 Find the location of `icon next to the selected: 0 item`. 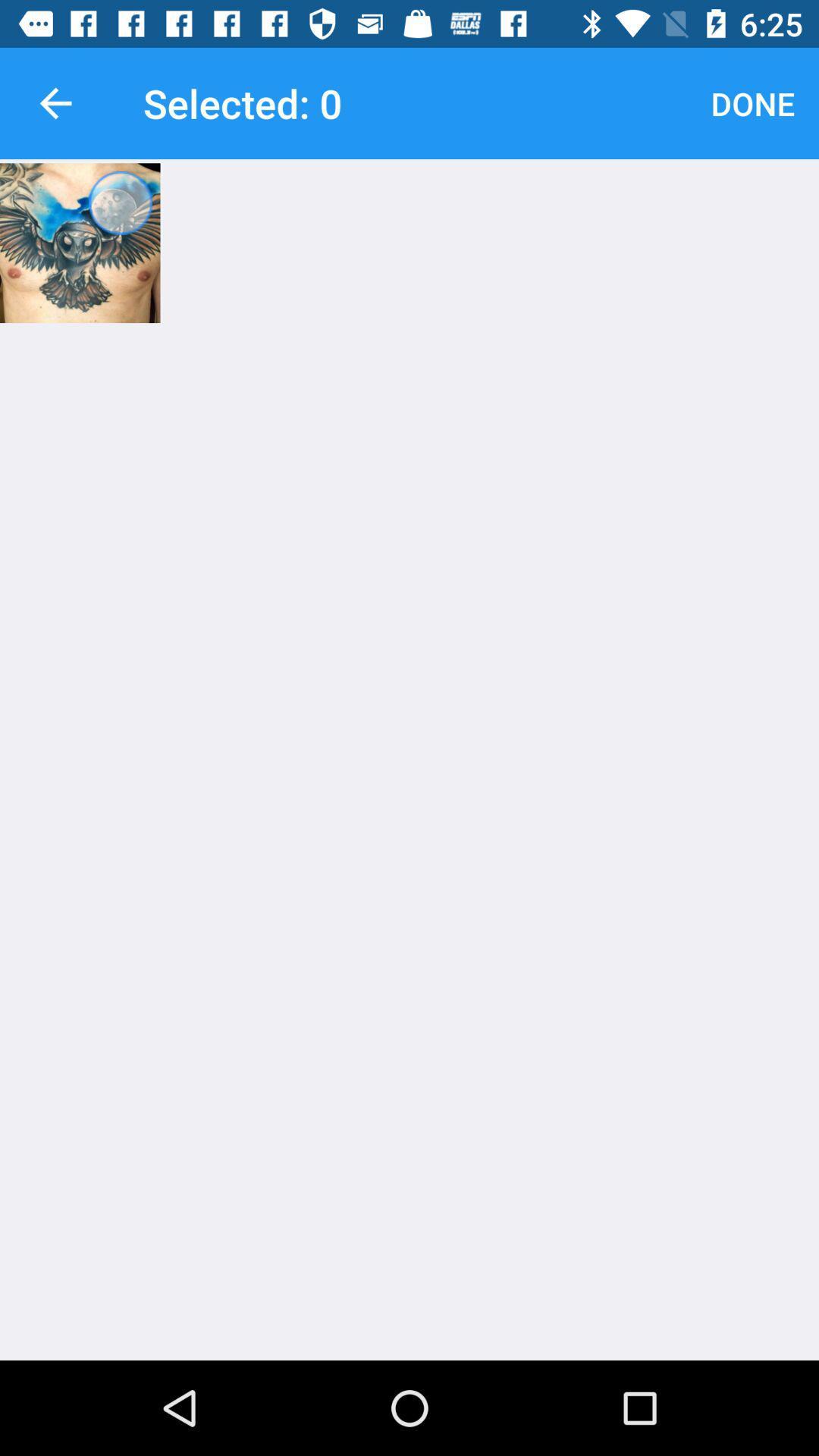

icon next to the selected: 0 item is located at coordinates (55, 102).